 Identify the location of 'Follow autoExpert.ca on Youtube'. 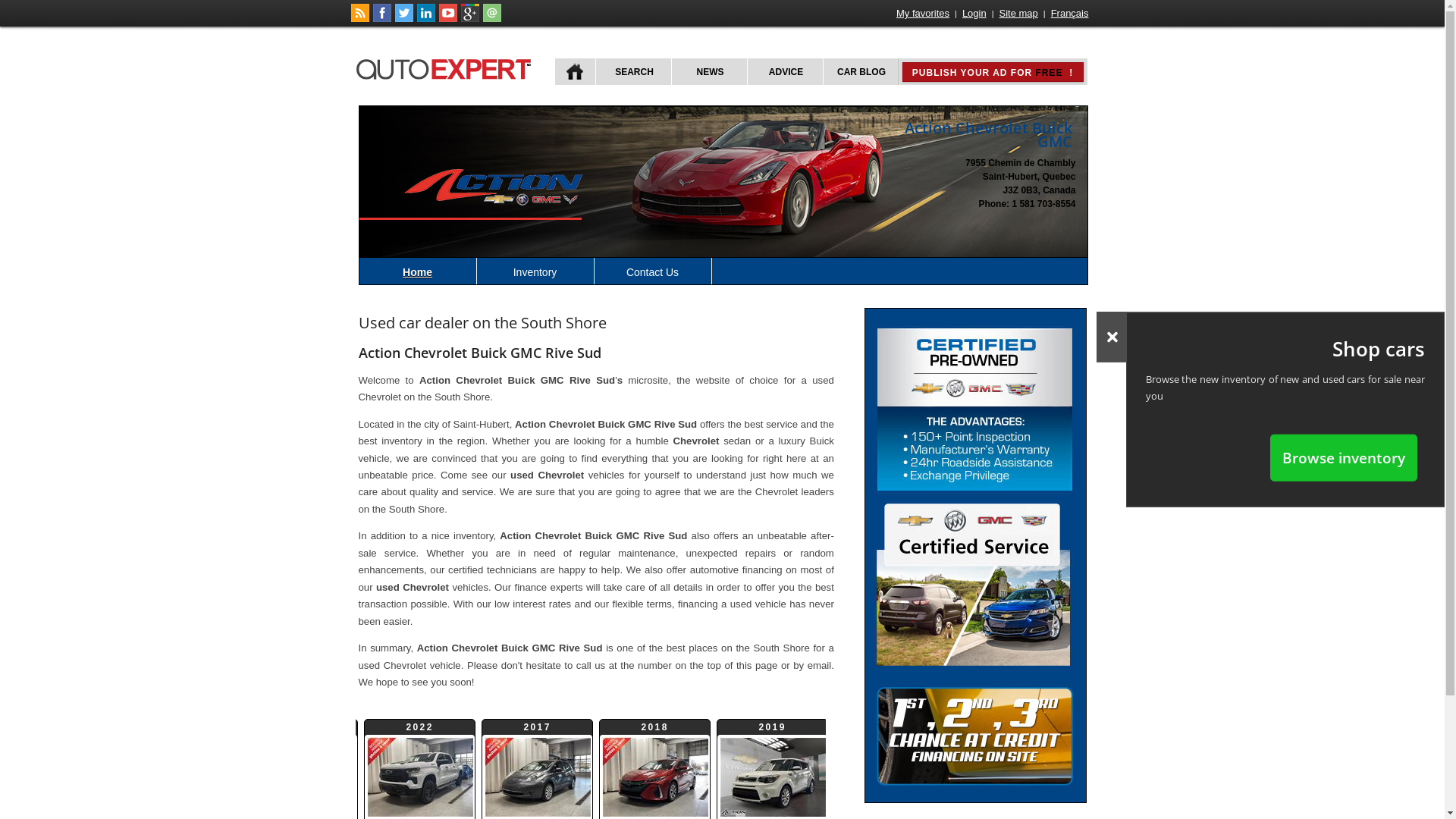
(447, 18).